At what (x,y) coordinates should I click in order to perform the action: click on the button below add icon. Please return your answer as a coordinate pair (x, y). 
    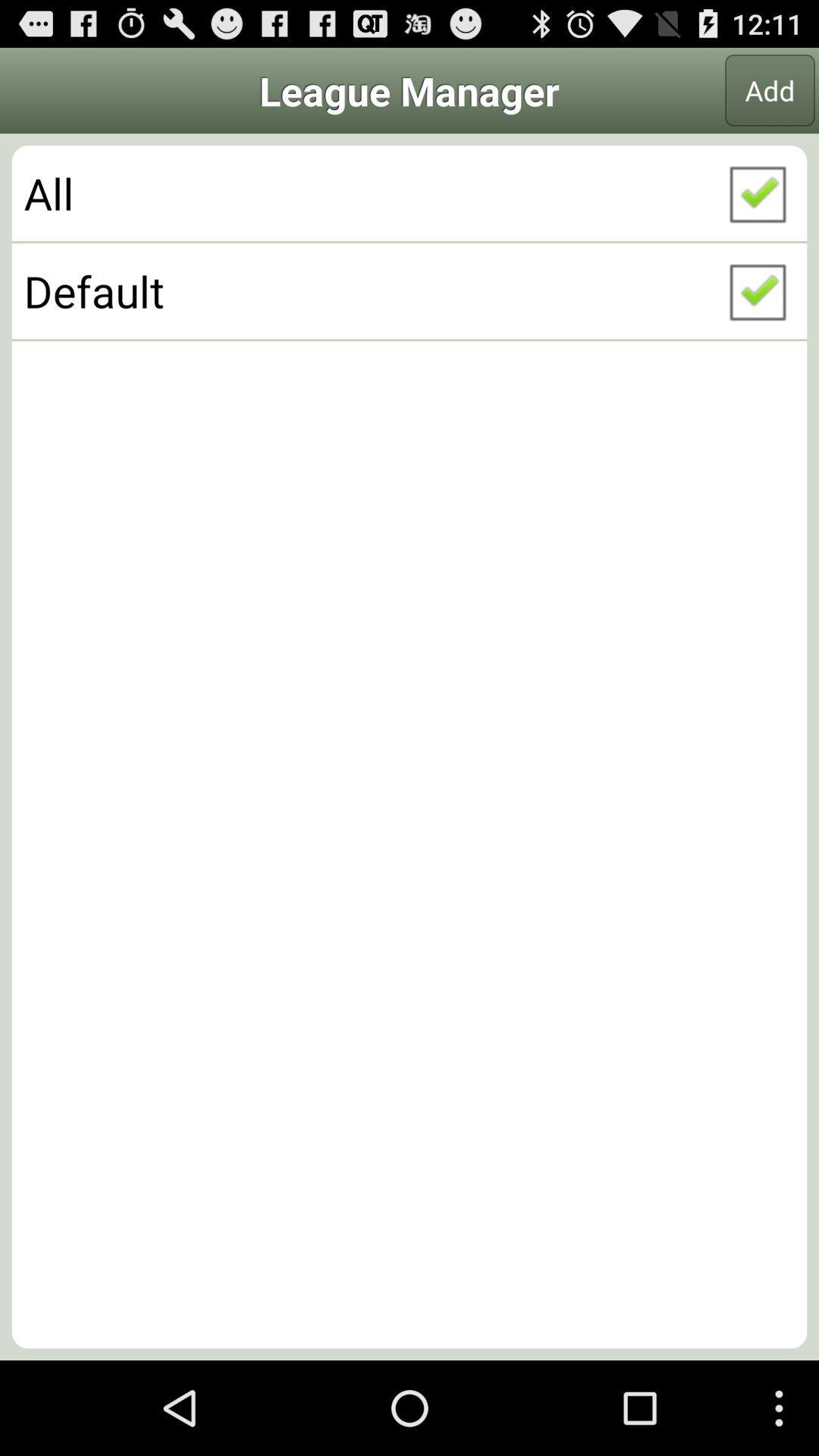
    Looking at the image, I should click on (409, 192).